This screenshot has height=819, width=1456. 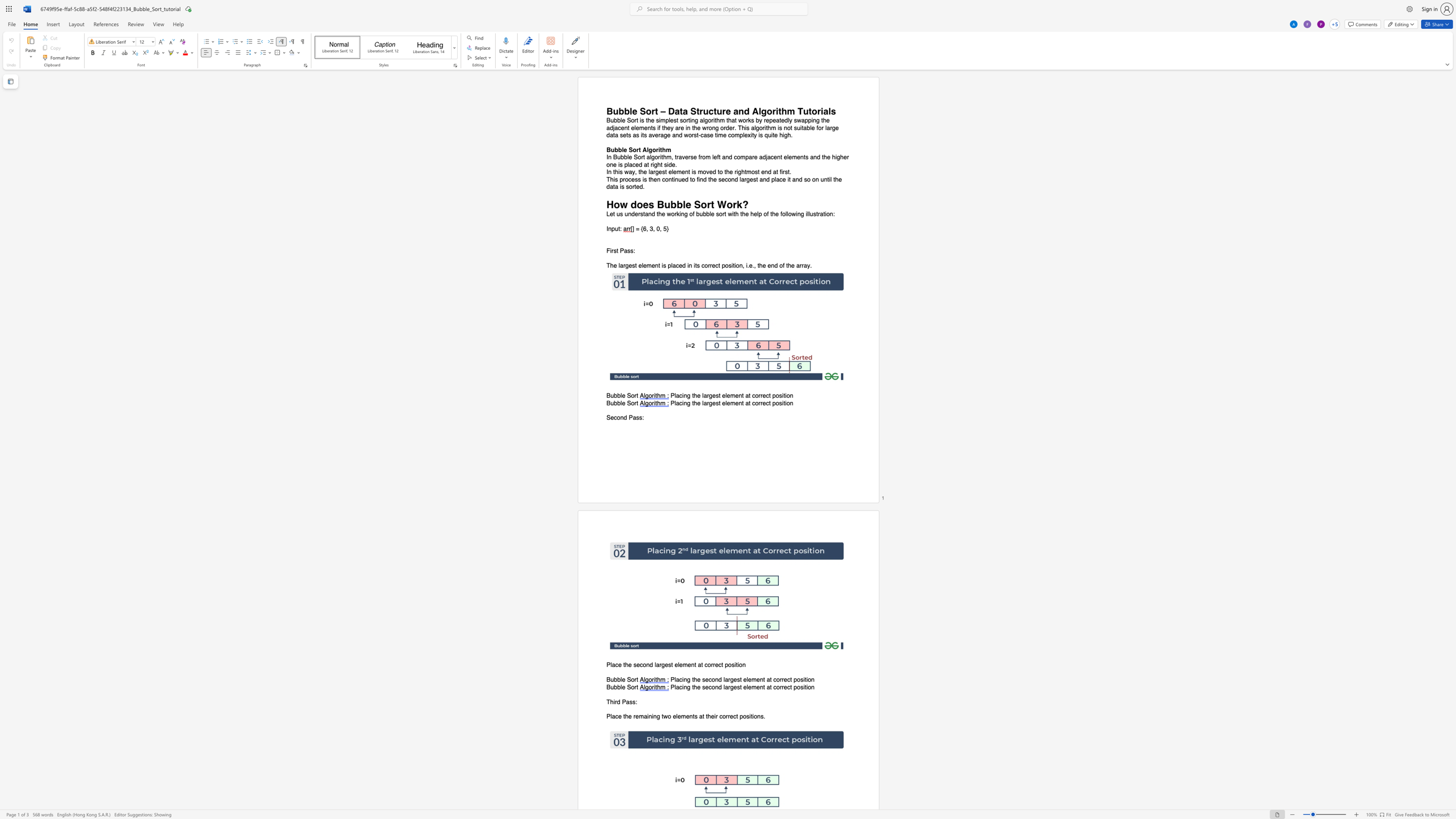 I want to click on the 2th character "u" in the text, so click(x=821, y=179).